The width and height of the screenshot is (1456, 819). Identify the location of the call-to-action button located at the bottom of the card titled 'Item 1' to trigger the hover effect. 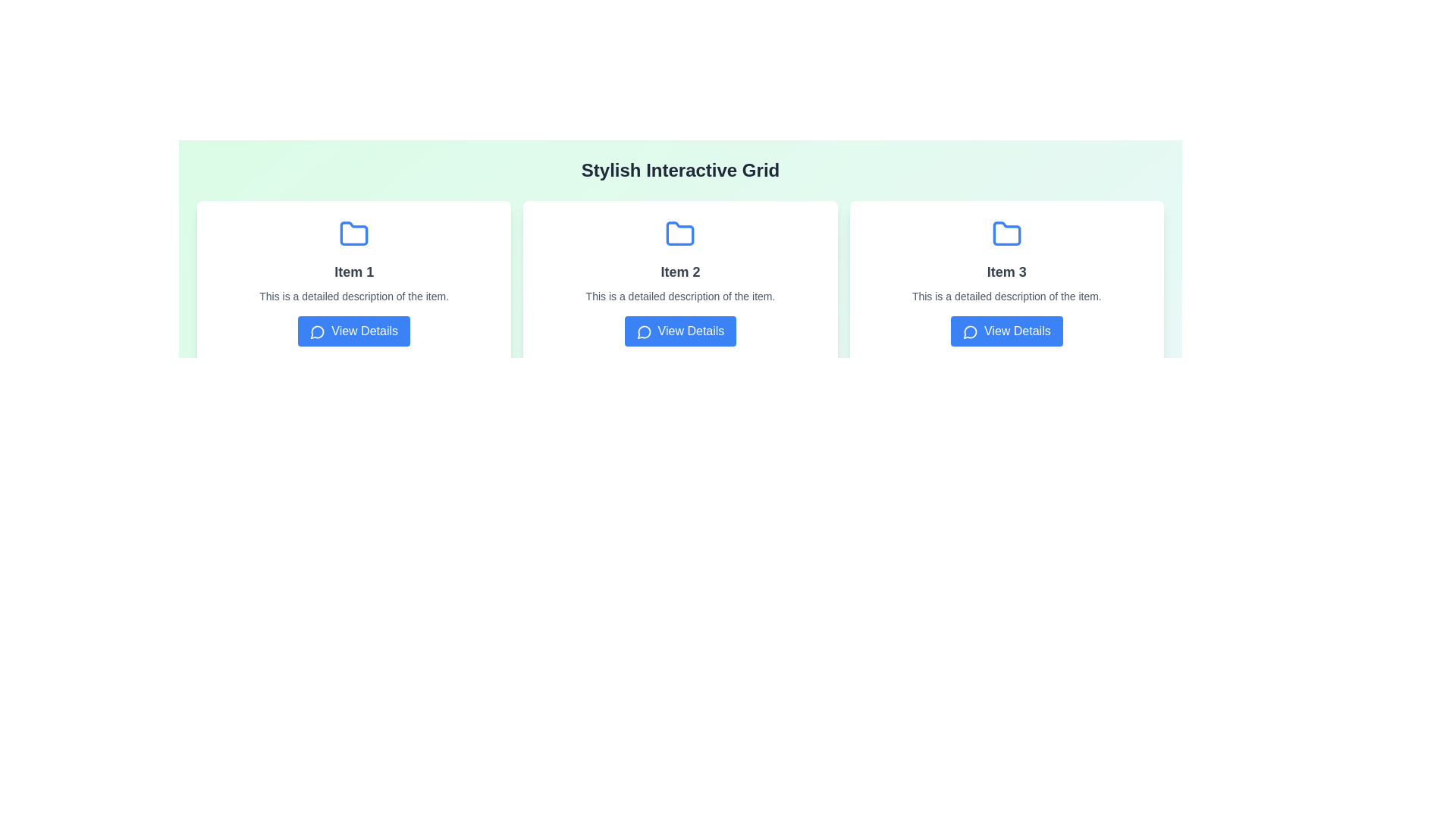
(353, 330).